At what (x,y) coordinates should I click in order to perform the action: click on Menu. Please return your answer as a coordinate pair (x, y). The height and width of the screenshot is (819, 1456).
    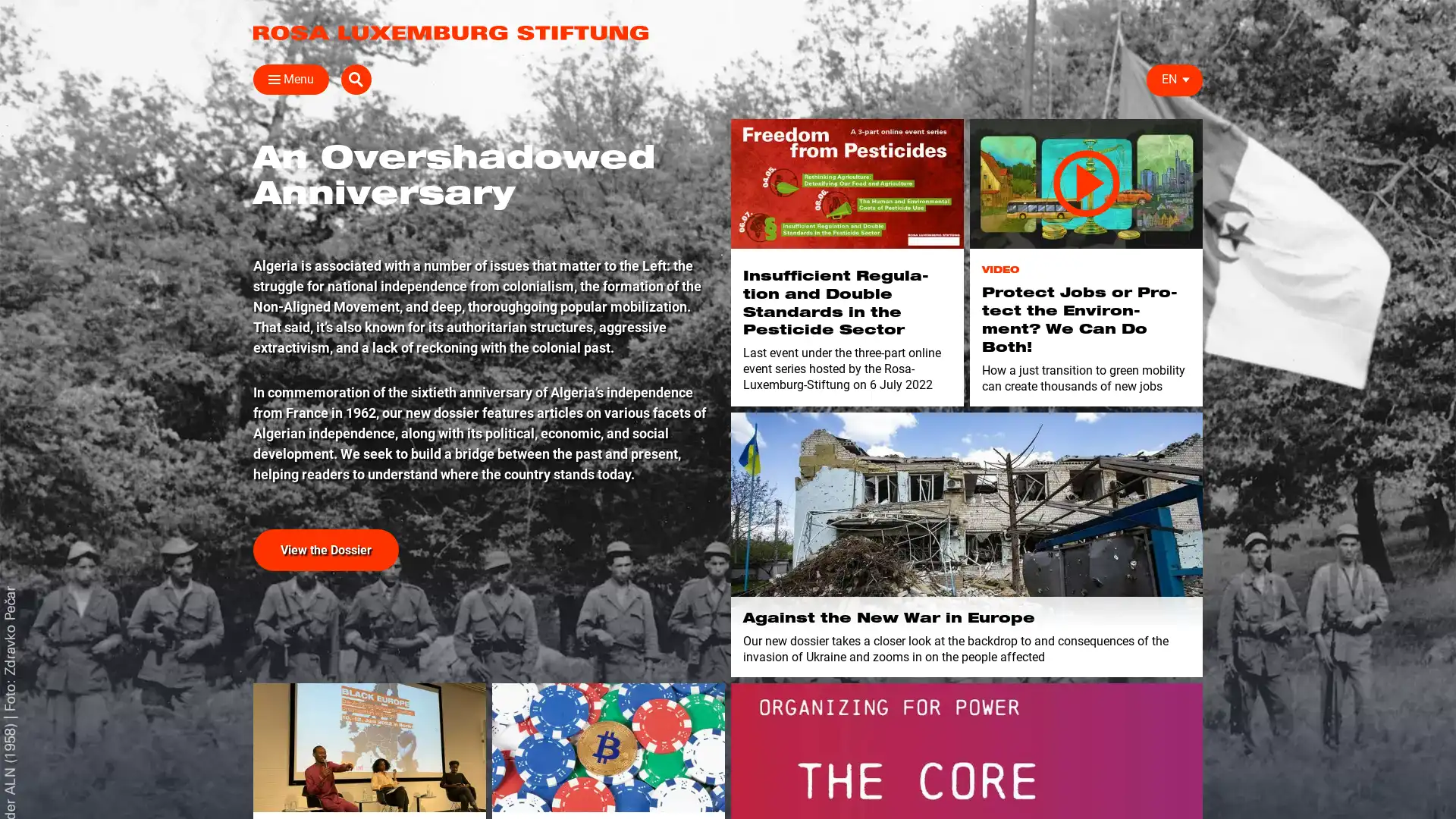
    Looking at the image, I should click on (291, 79).